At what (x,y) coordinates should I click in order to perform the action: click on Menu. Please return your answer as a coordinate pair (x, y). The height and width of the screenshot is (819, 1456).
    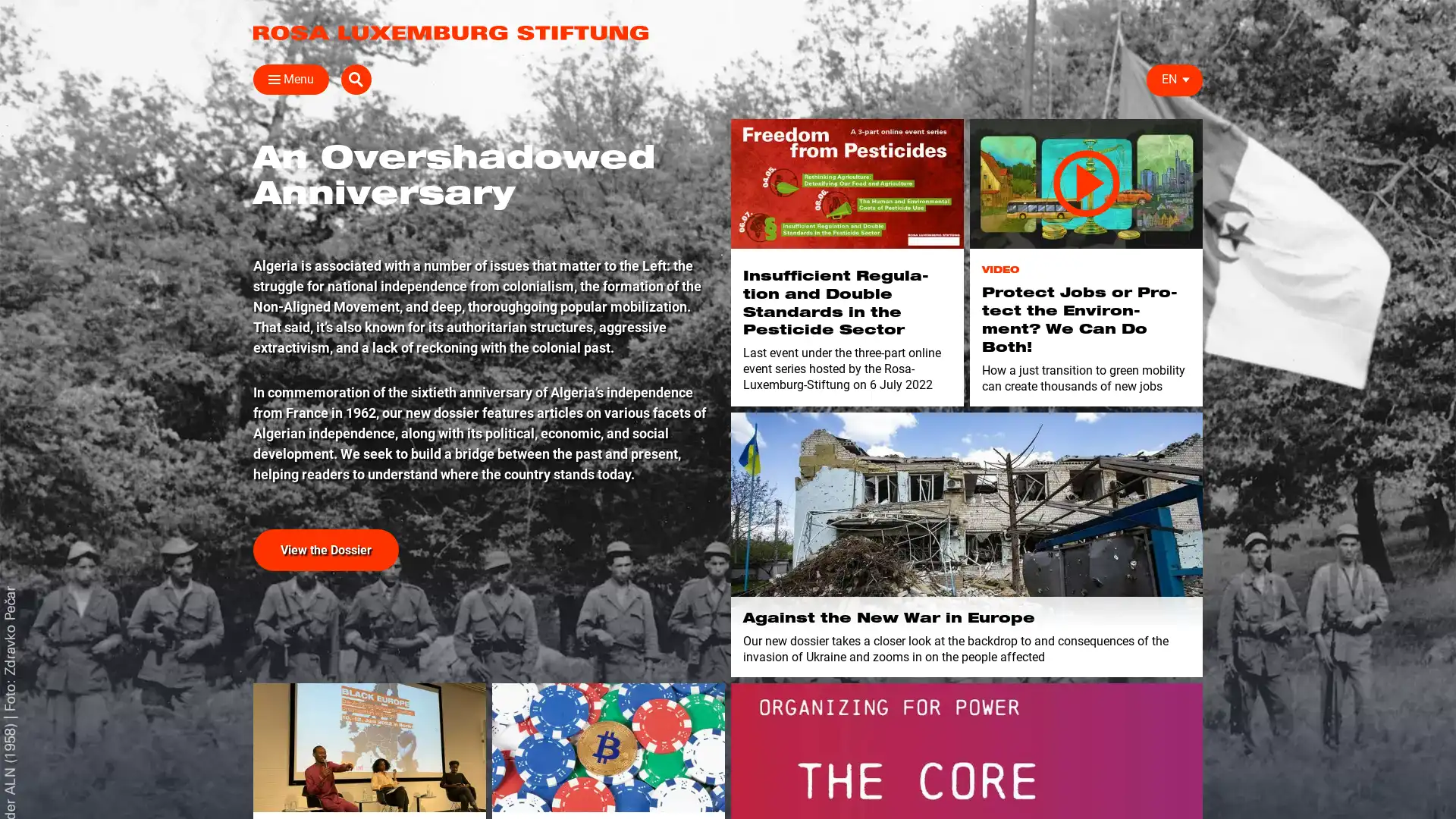
    Looking at the image, I should click on (291, 79).